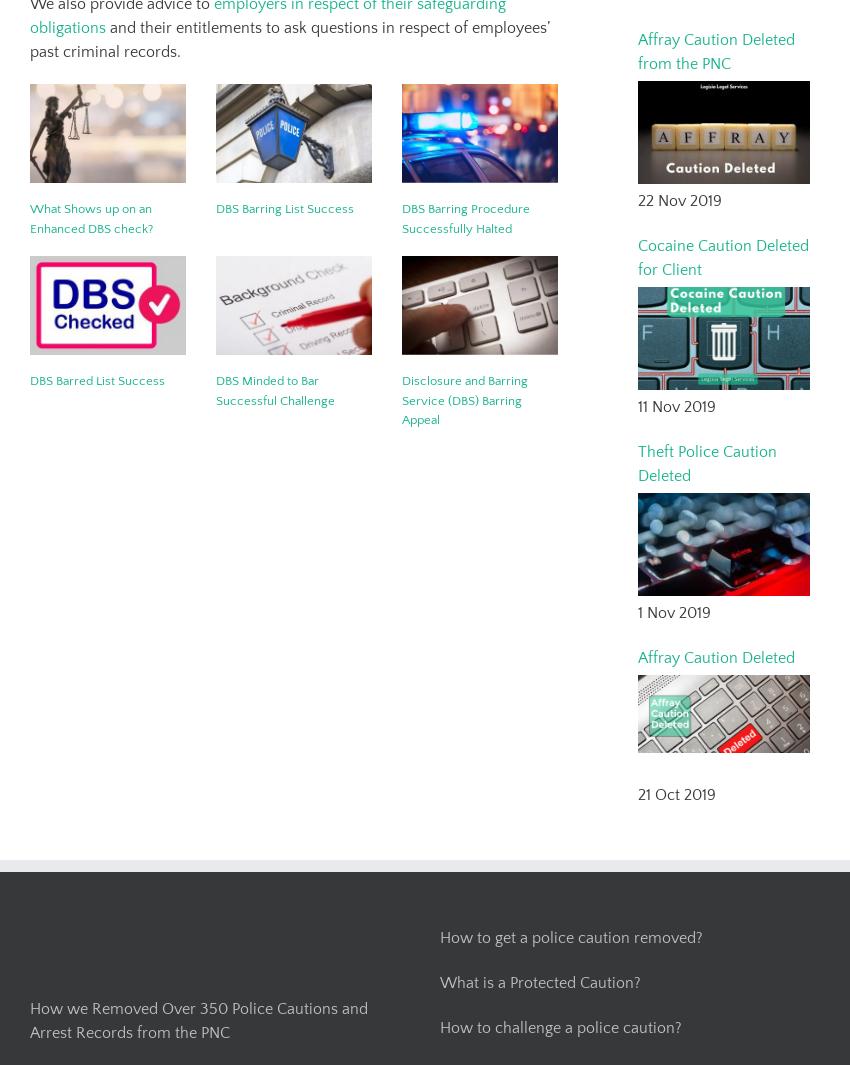 The image size is (850, 1065). I want to click on 'Cocaine Caution Deleted for Client', so click(722, 255).